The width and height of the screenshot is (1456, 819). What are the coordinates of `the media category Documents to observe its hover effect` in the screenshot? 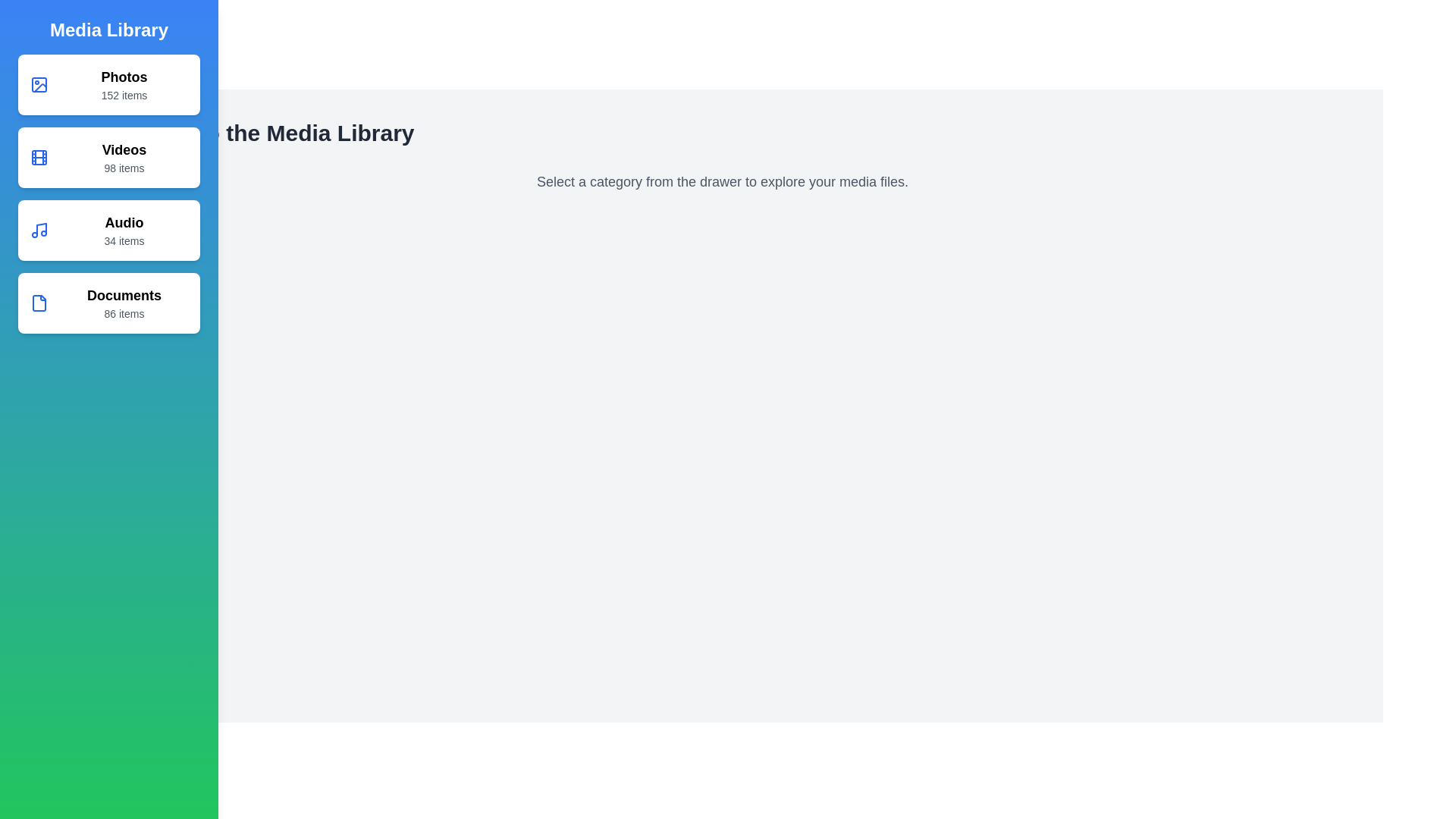 It's located at (108, 303).